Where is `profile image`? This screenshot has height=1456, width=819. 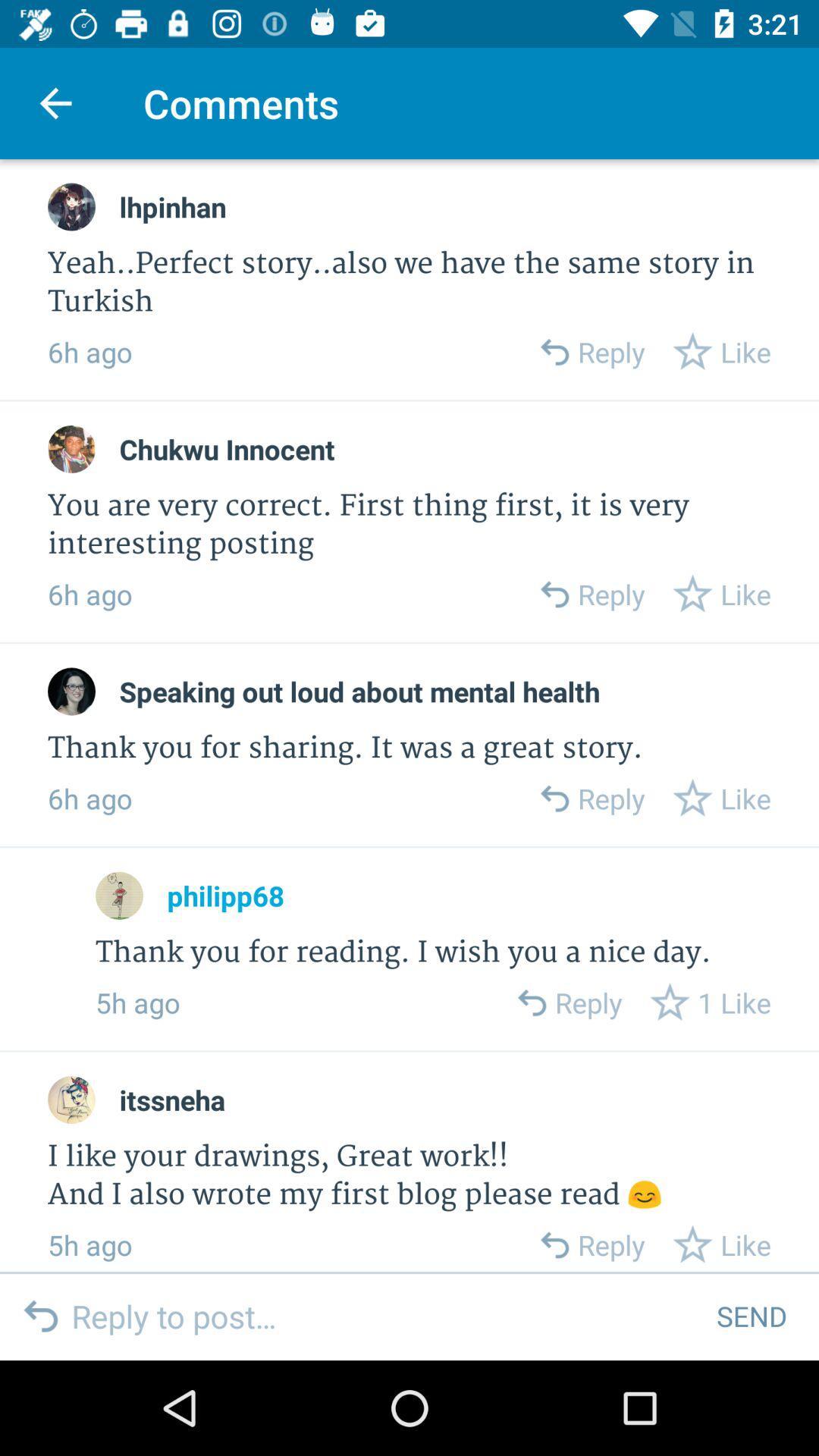
profile image is located at coordinates (71, 206).